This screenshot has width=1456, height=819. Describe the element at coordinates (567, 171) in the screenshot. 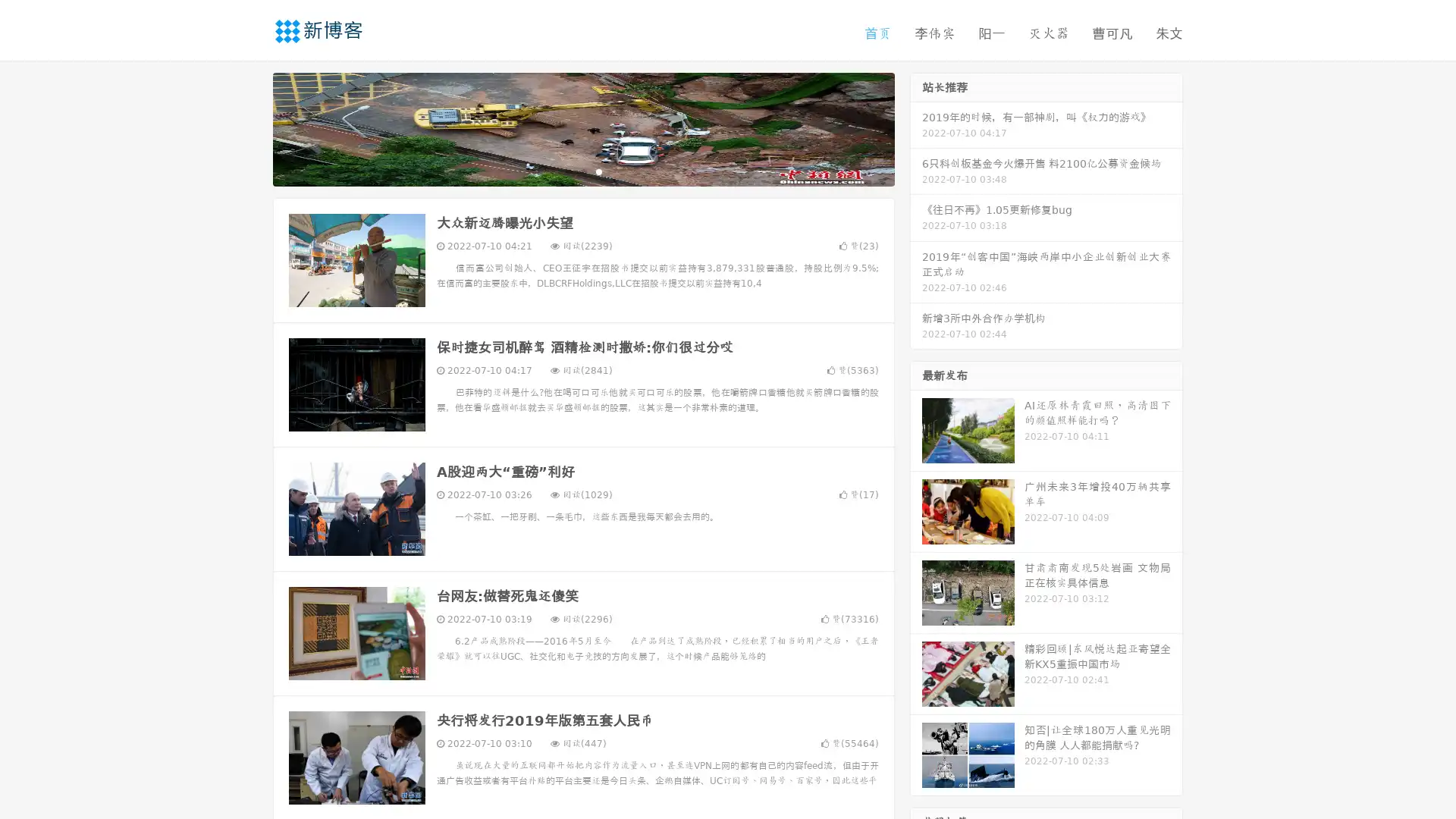

I see `Go to slide 1` at that location.